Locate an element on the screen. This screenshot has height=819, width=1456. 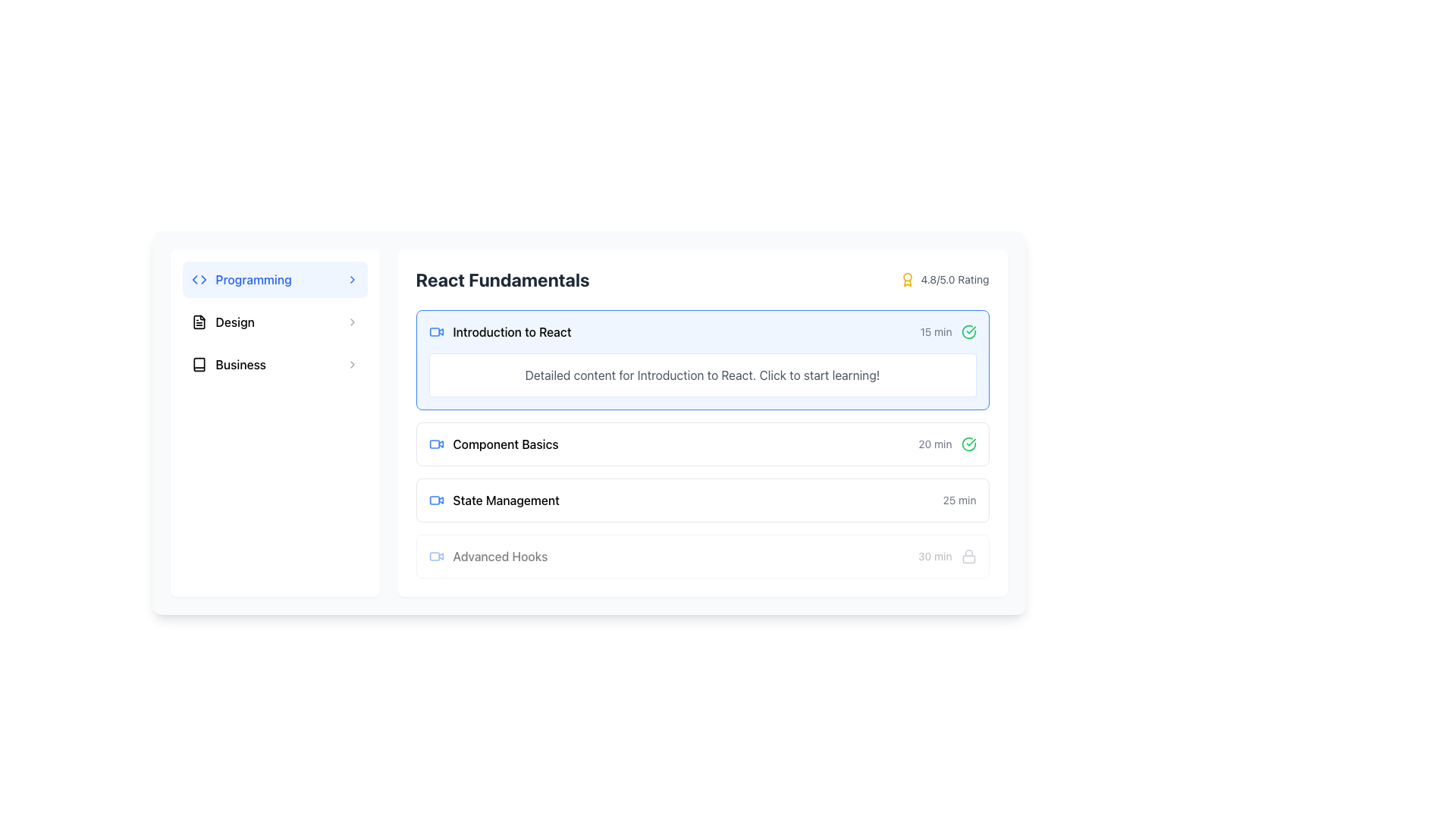
the text label 'State Management', which is positioned below 'Component Basics' and above 'Advanced Hooks' in the 'React Fundamentals' section is located at coordinates (506, 500).